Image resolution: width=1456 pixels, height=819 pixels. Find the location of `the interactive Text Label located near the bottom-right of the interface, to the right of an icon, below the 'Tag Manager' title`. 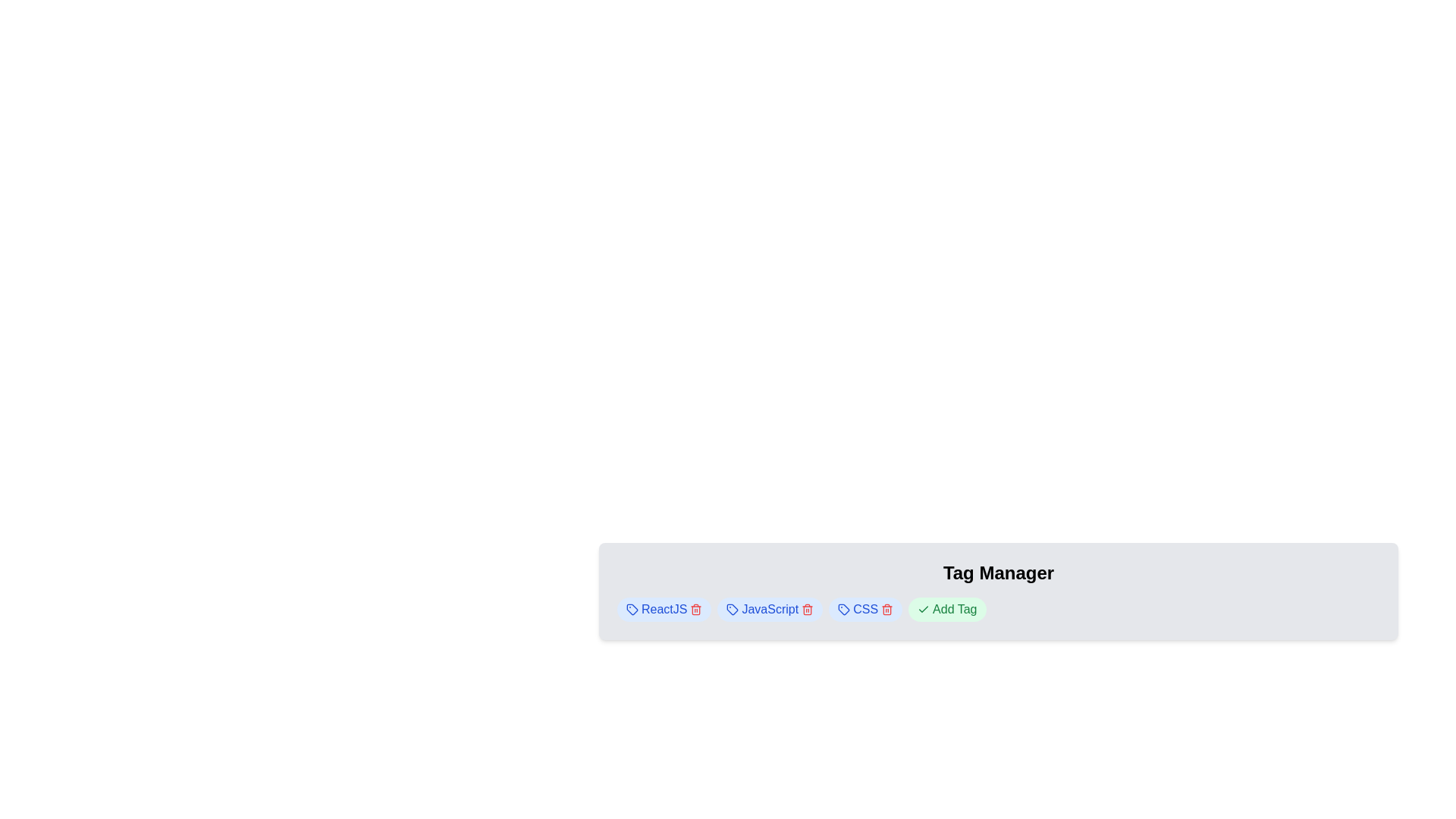

the interactive Text Label located near the bottom-right of the interface, to the right of an icon, below the 'Tag Manager' title is located at coordinates (954, 608).